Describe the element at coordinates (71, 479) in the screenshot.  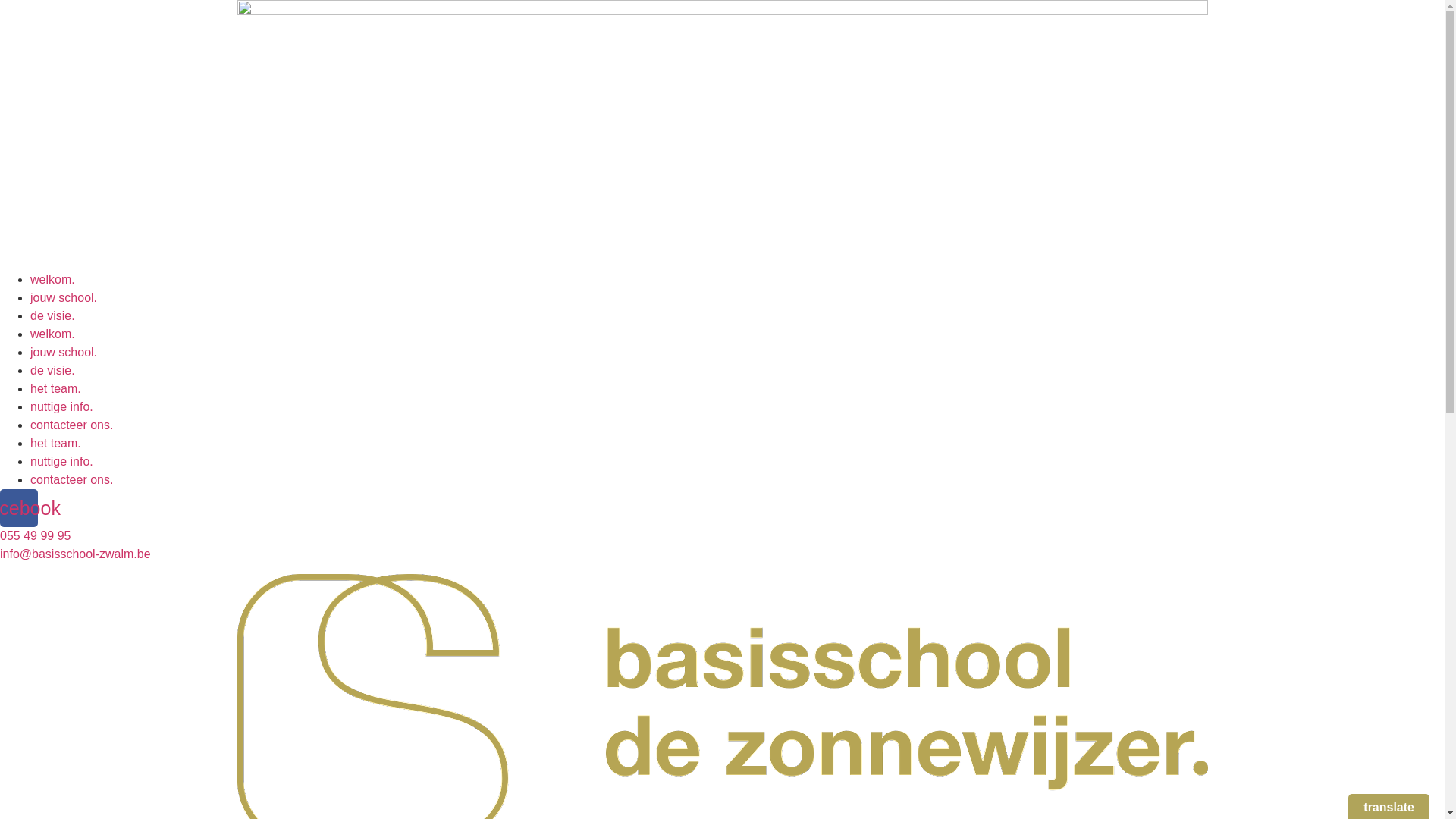
I see `'contacteer ons.'` at that location.